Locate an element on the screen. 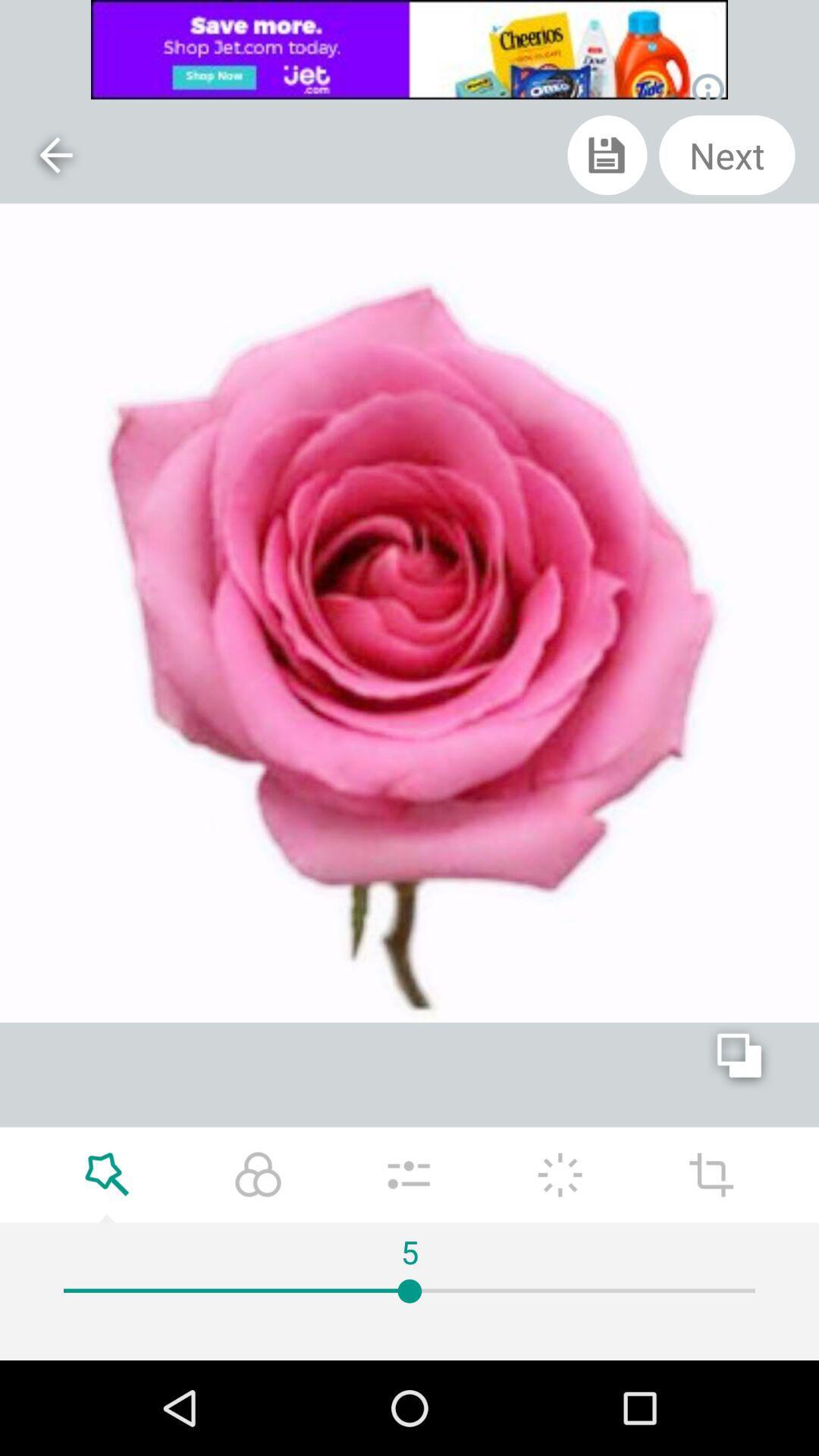 The image size is (819, 1456). file save app is located at coordinates (607, 155).